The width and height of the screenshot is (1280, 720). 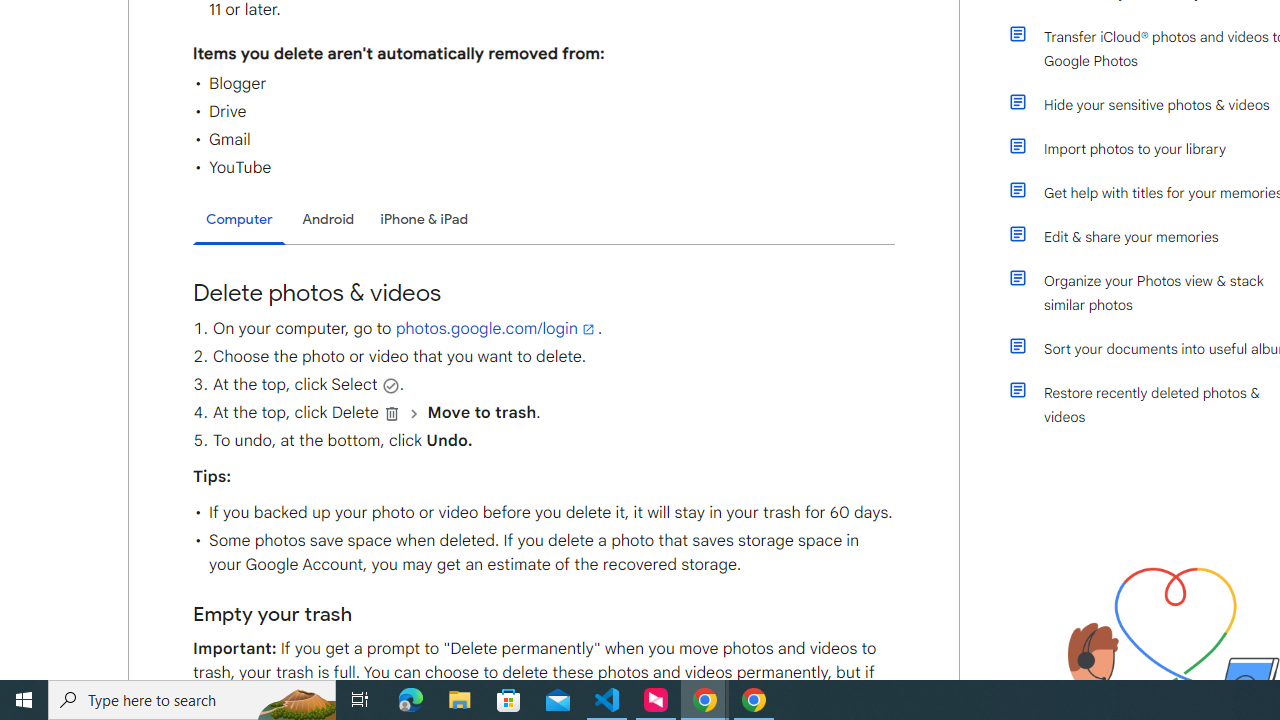 I want to click on 'Select', so click(x=390, y=385).